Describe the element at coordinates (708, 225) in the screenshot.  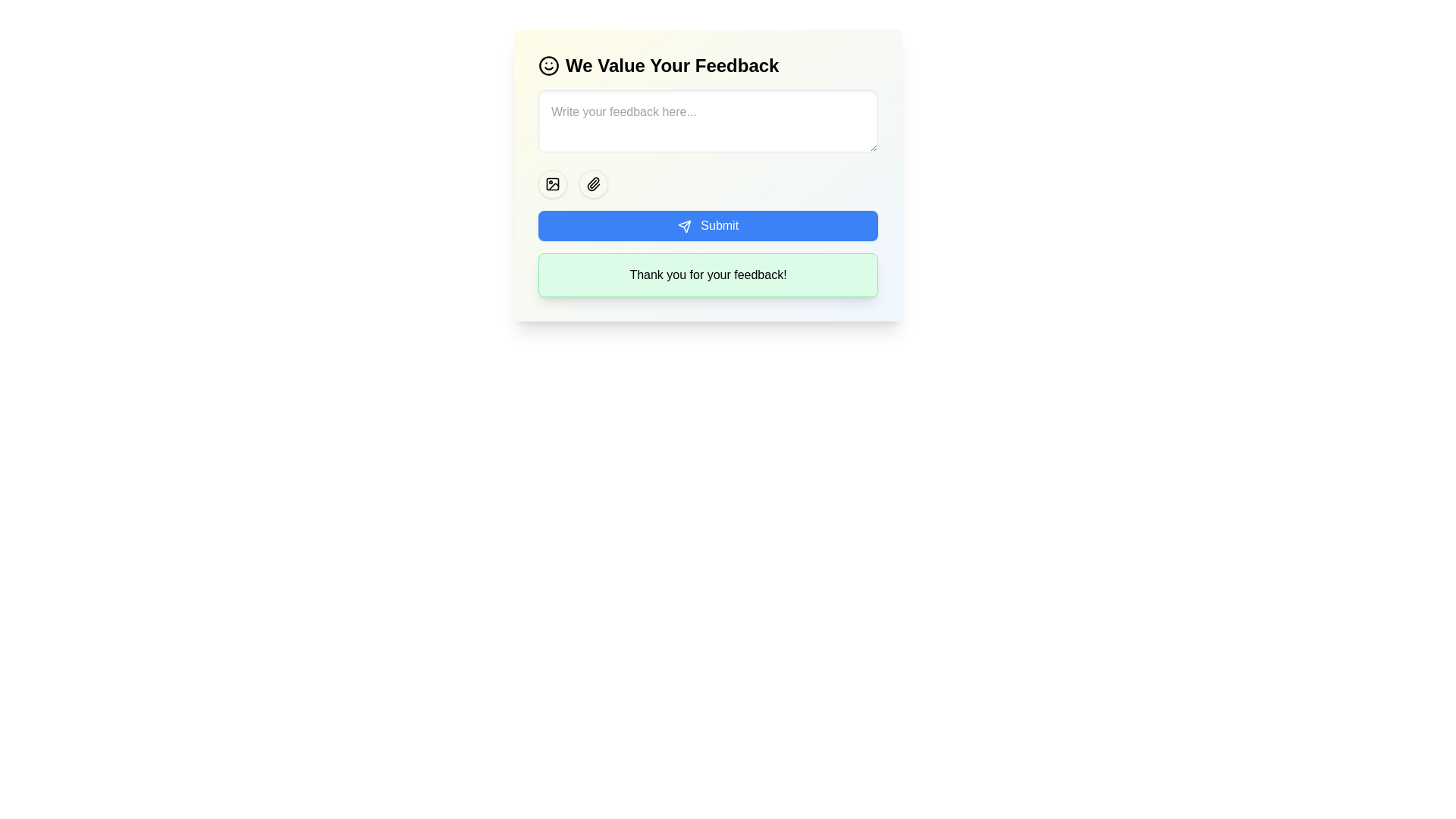
I see `the 'Submit' button, which is a rectangular button with rounded corners, blue background, and white text, located below the feedback input field` at that location.